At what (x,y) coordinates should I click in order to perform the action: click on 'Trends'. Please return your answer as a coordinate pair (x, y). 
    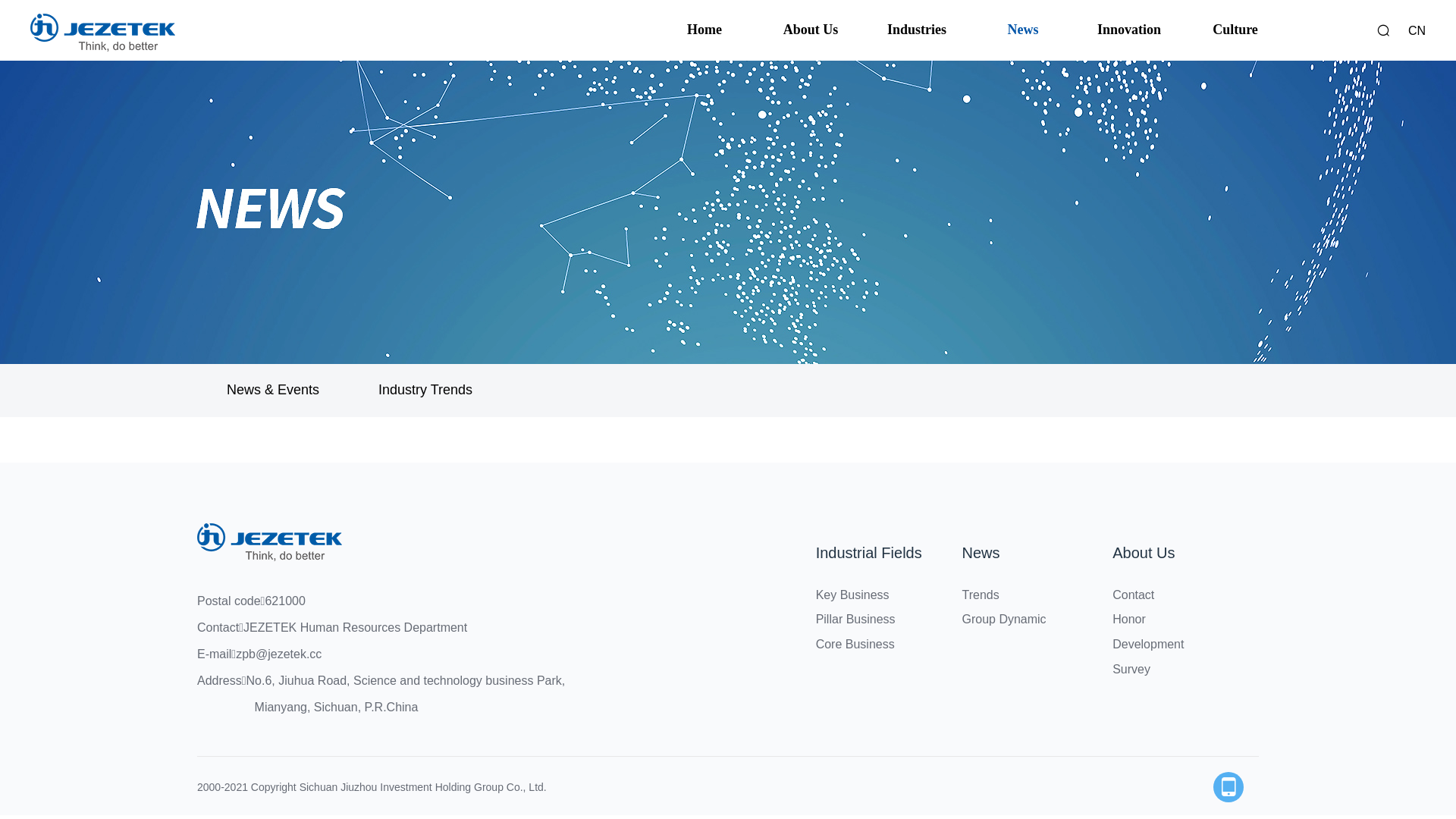
    Looking at the image, I should click on (960, 594).